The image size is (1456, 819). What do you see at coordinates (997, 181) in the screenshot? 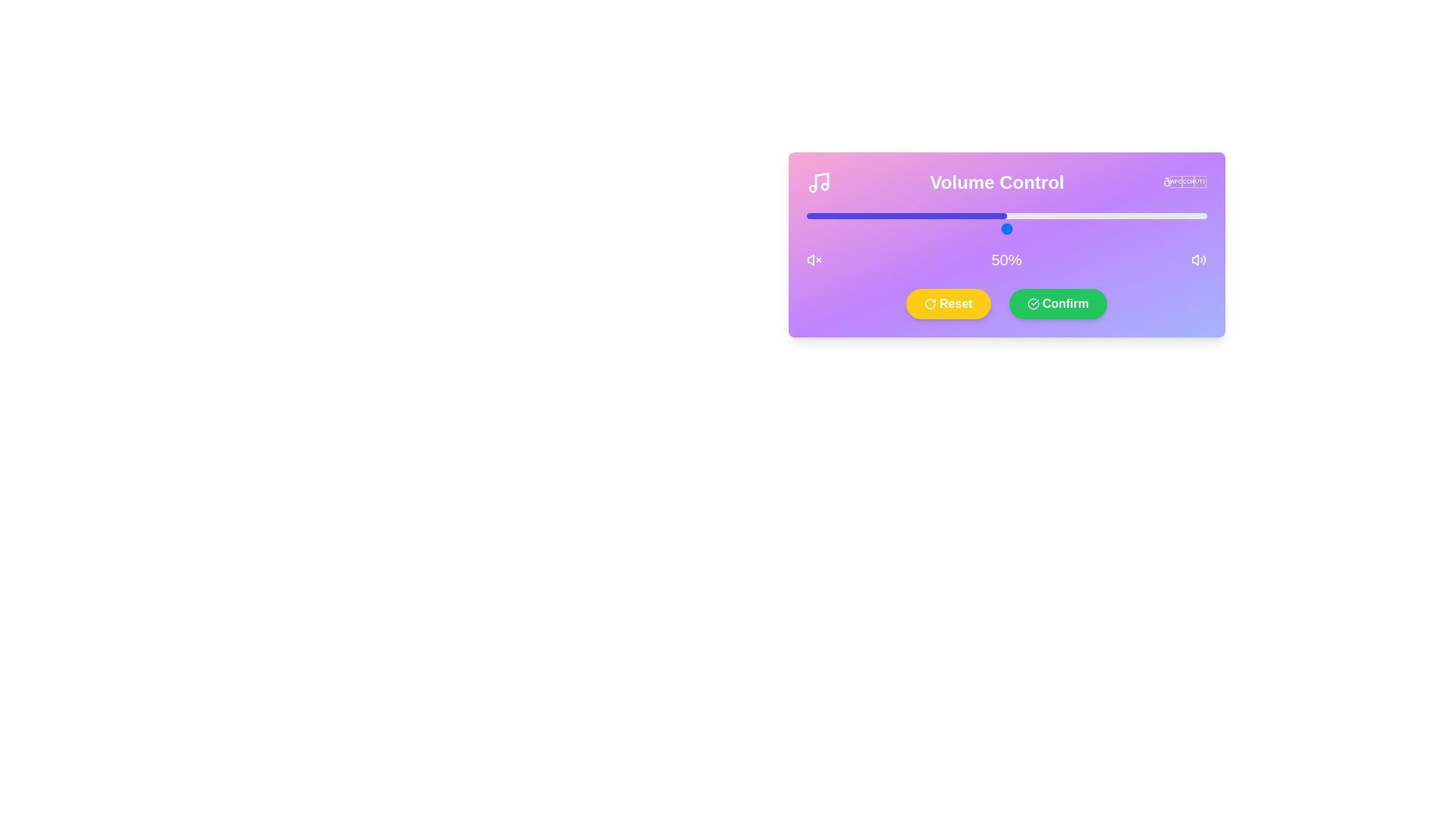
I see `the 'Volume Control' text label, which is a large, bold white font on a purple gradient background, located at the top of the main interface` at bounding box center [997, 181].